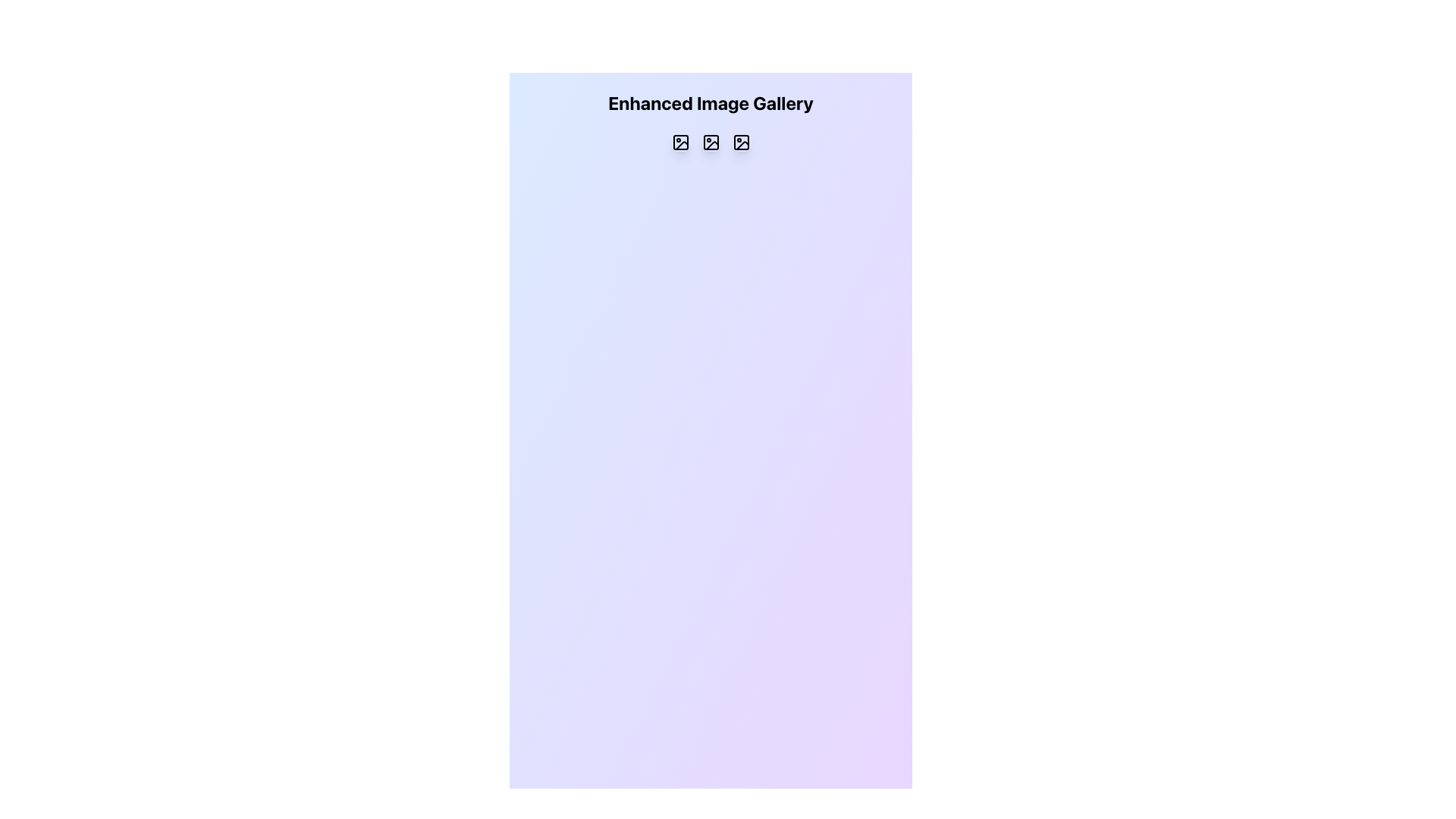  What do you see at coordinates (710, 143) in the screenshot?
I see `the second image placeholder icon in the Enhanced Image Gallery located below the title` at bounding box center [710, 143].